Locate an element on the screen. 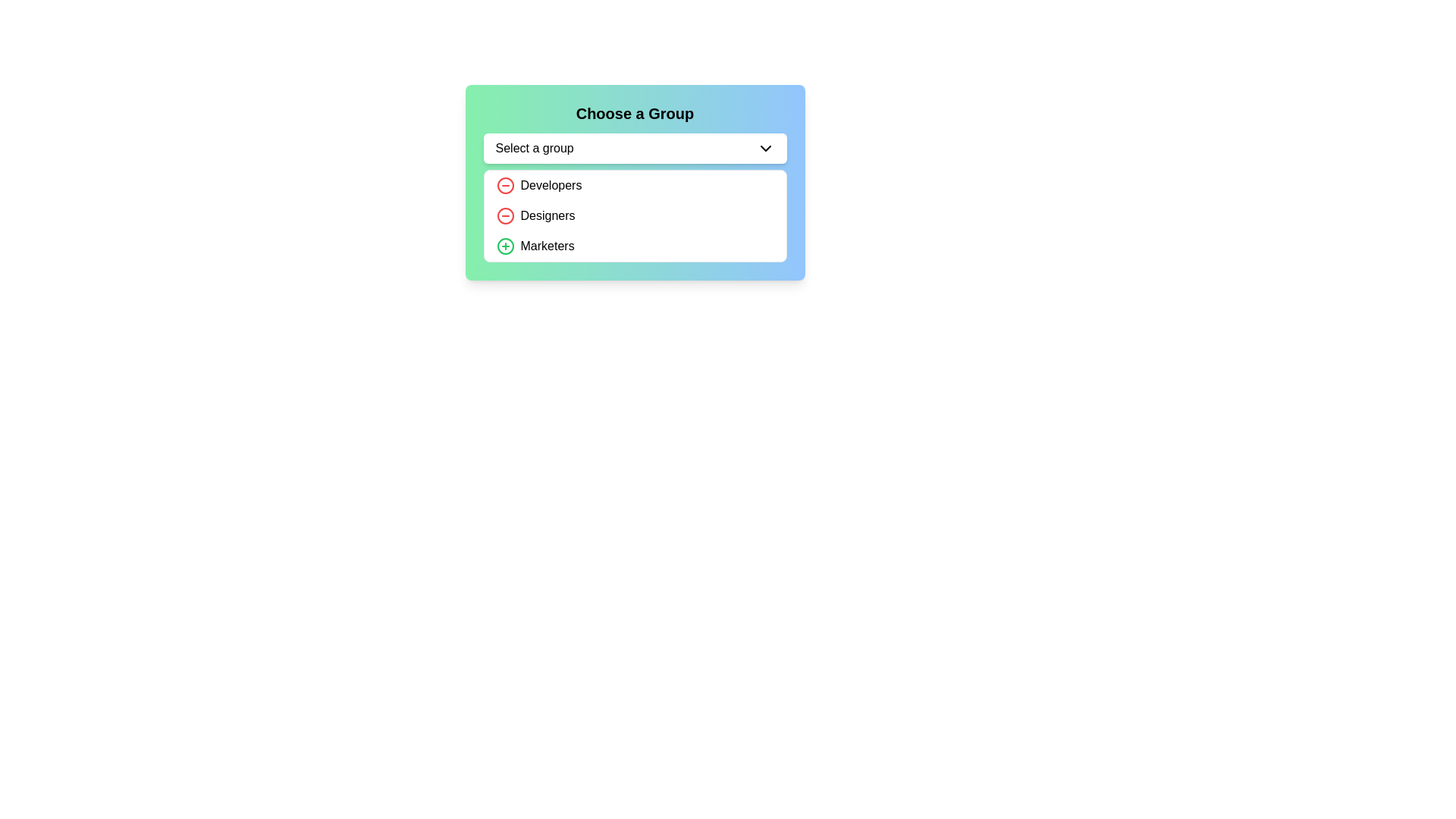 This screenshot has height=819, width=1456. the green circular icon with a plus sign next to the text 'Marketers' is located at coordinates (505, 245).